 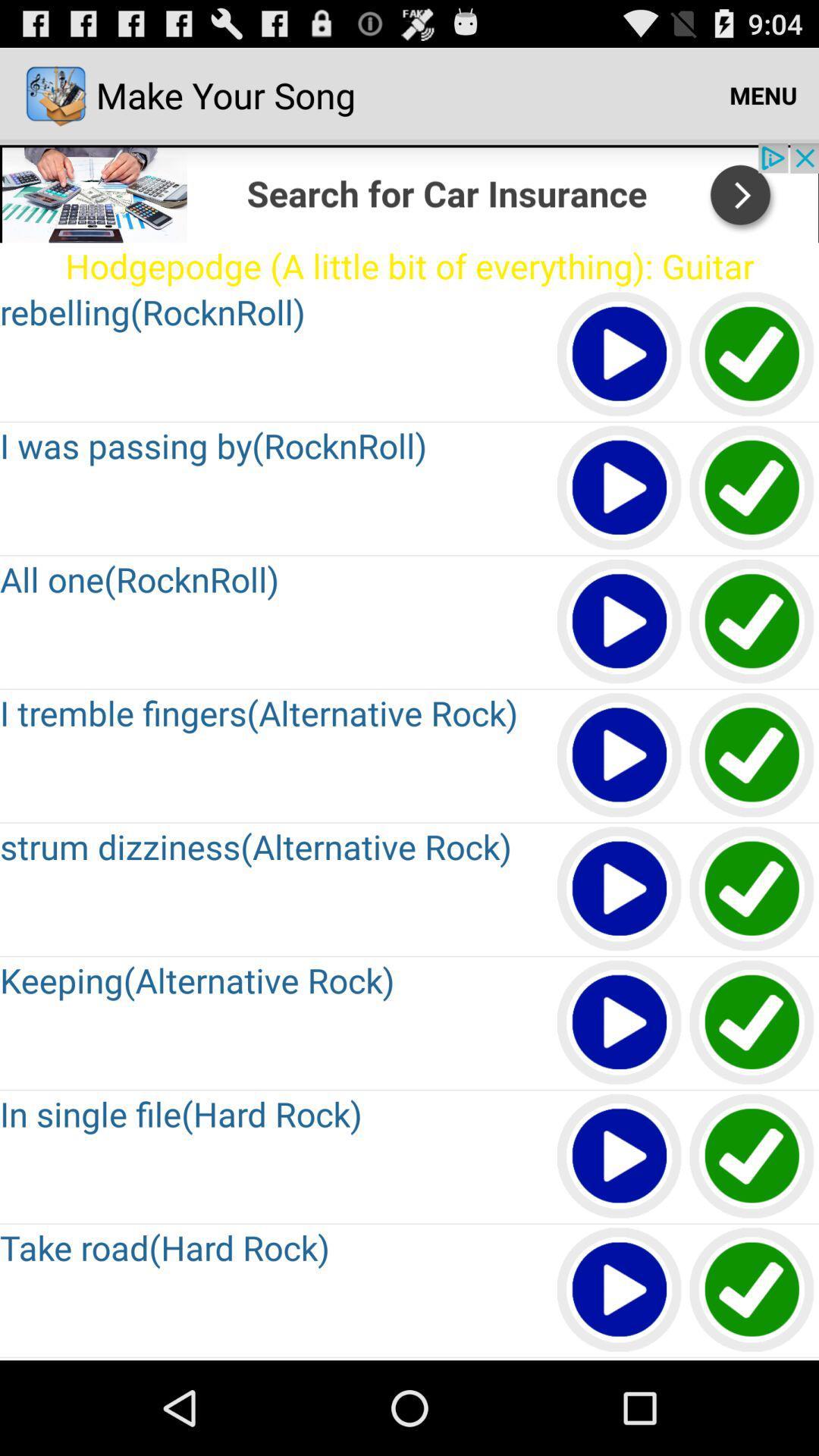 What do you see at coordinates (752, 1023) in the screenshot?
I see `play` at bounding box center [752, 1023].